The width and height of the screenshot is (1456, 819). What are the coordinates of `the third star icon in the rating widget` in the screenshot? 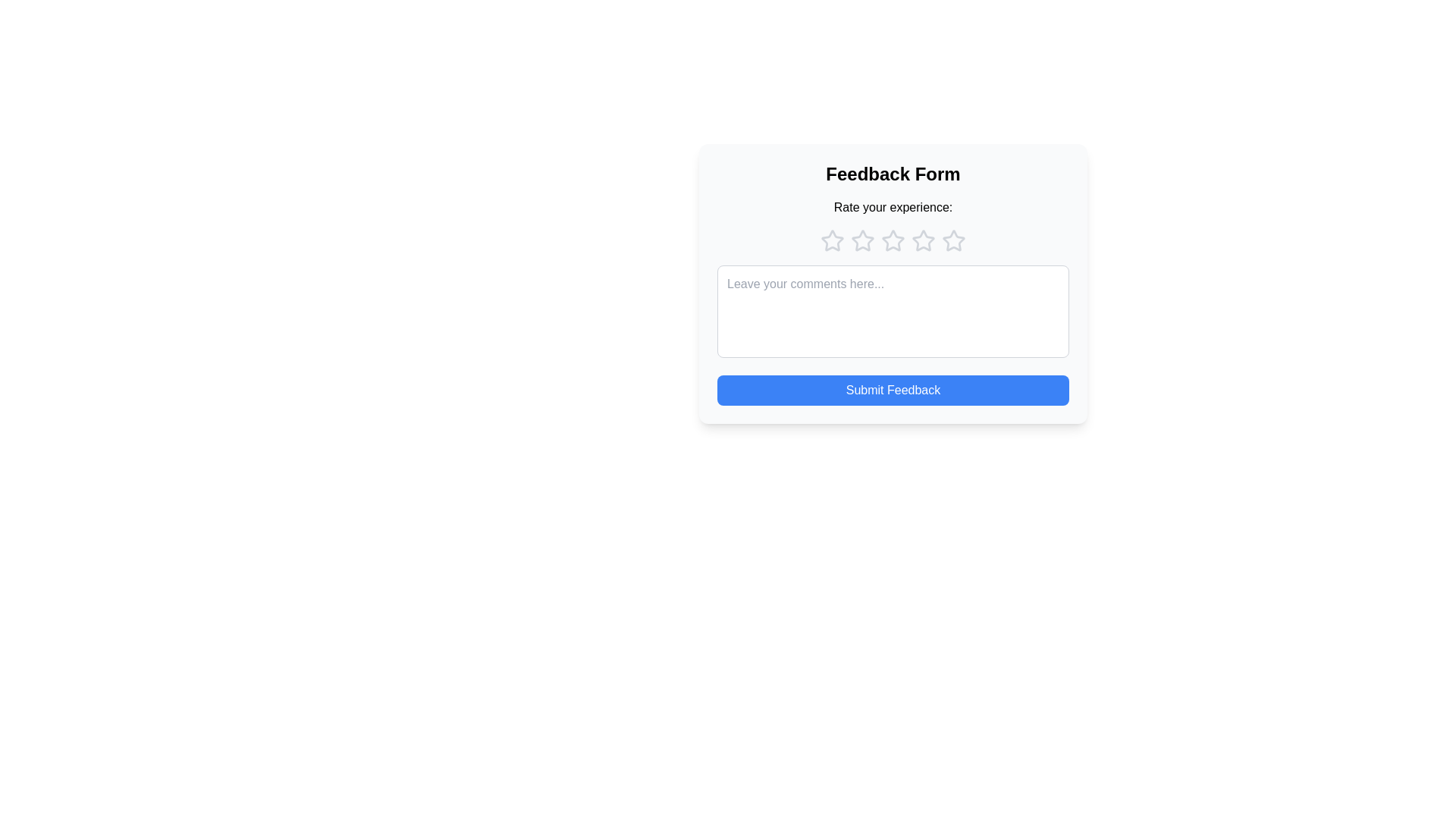 It's located at (893, 240).